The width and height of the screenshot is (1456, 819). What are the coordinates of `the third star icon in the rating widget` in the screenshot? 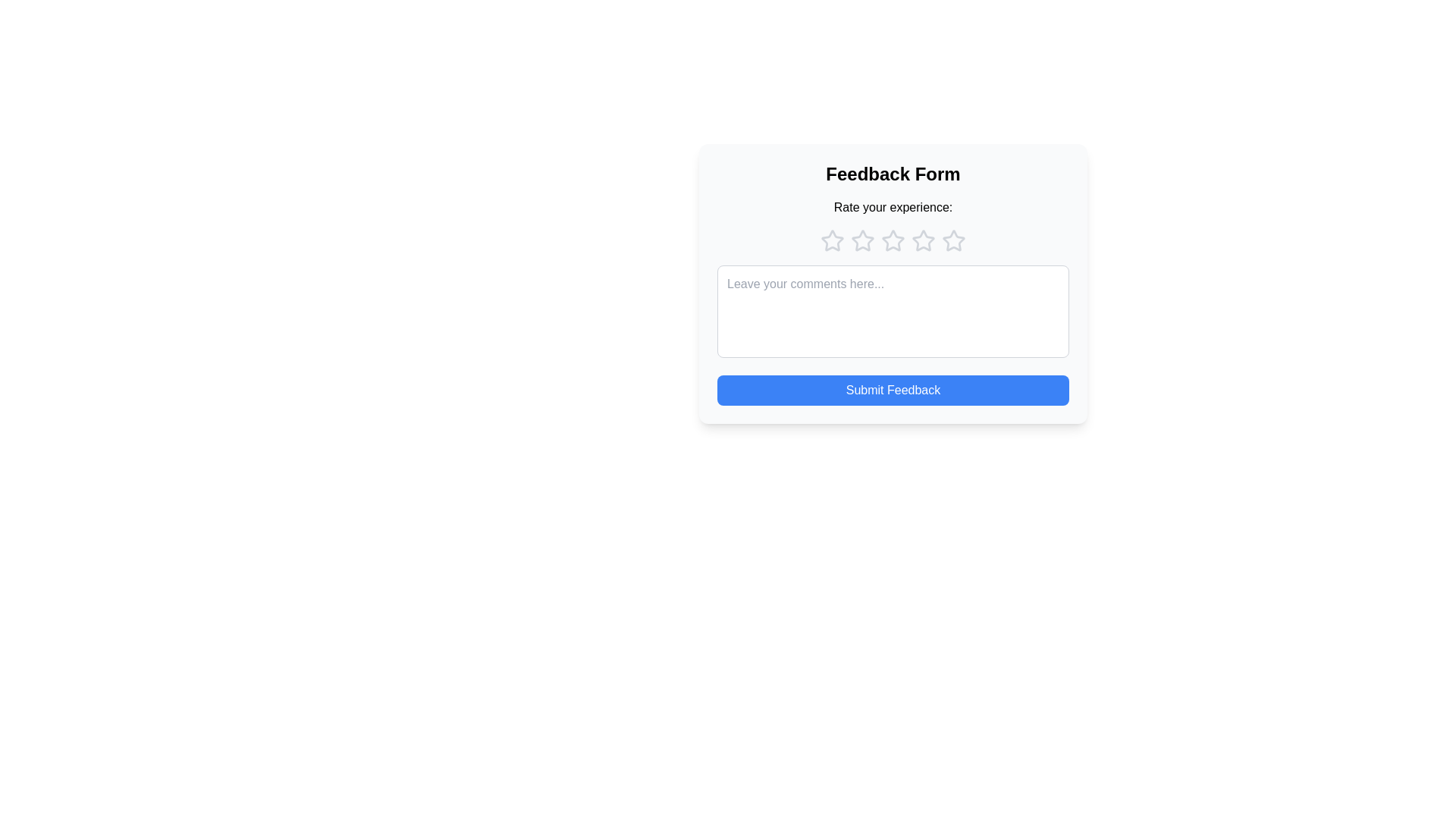 It's located at (893, 240).